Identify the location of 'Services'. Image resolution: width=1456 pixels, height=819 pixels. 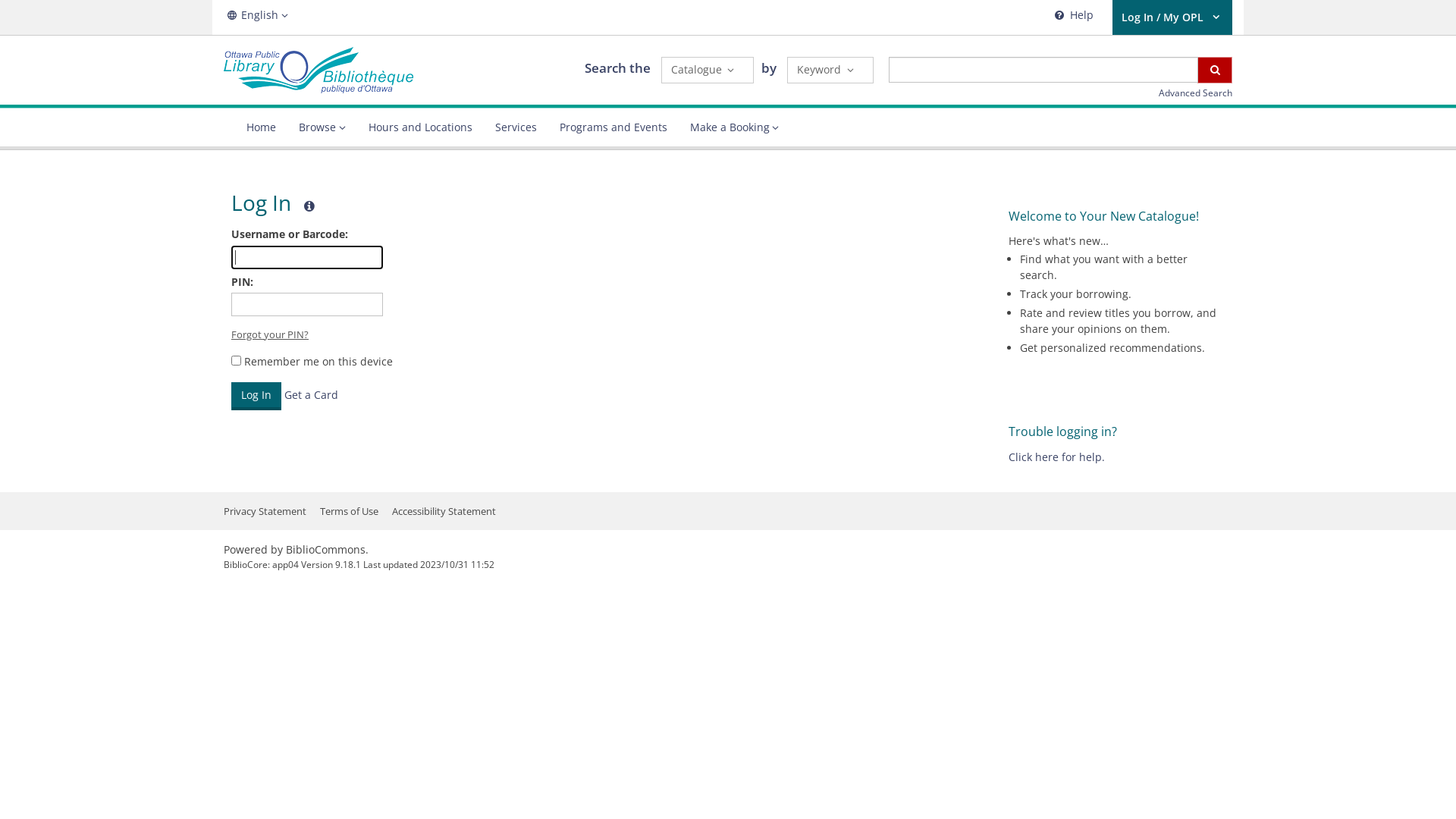
(516, 127).